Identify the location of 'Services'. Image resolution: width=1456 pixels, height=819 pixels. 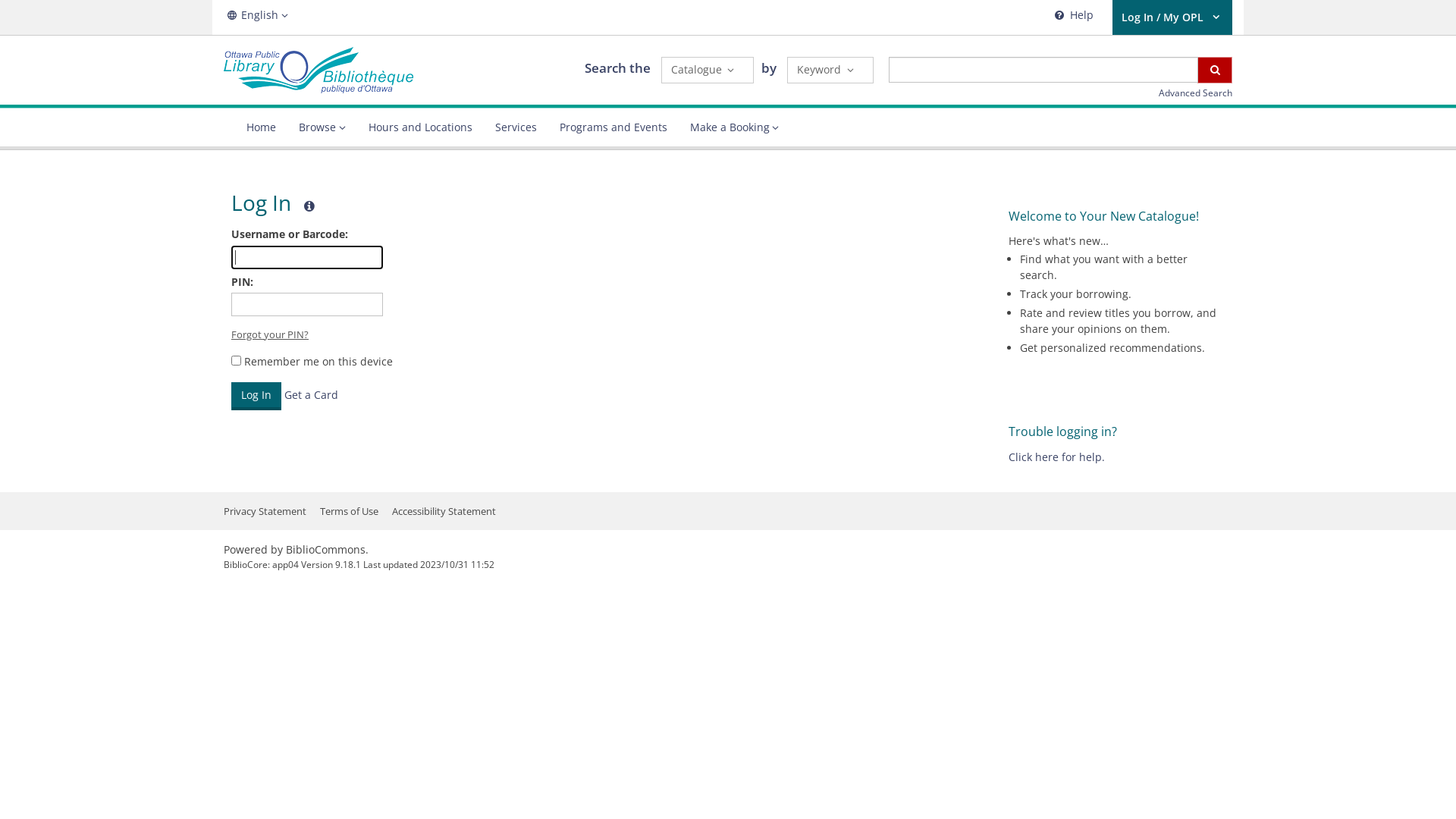
(516, 127).